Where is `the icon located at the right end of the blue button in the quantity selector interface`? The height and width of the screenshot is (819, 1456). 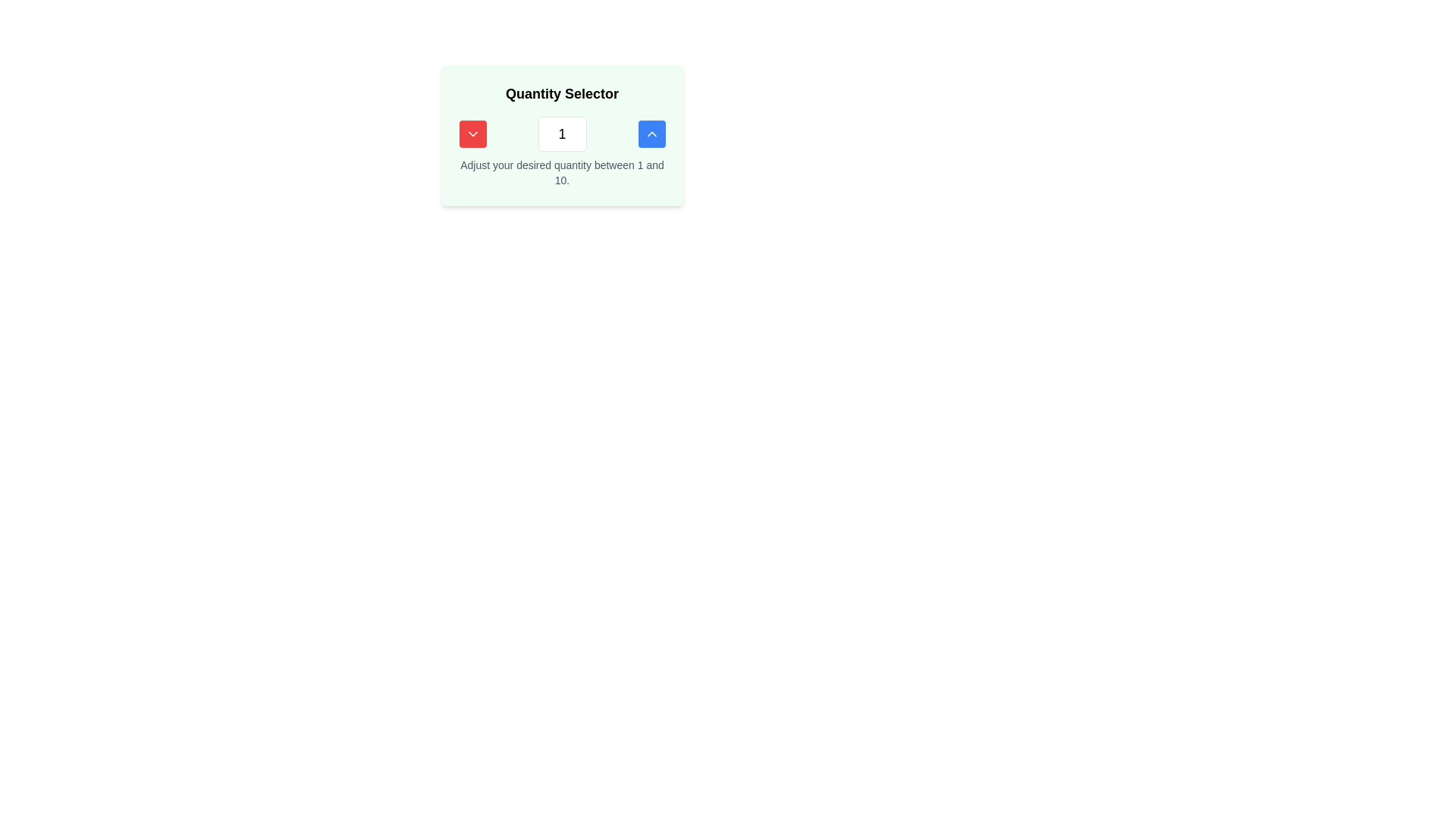
the icon located at the right end of the blue button in the quantity selector interface is located at coordinates (651, 133).